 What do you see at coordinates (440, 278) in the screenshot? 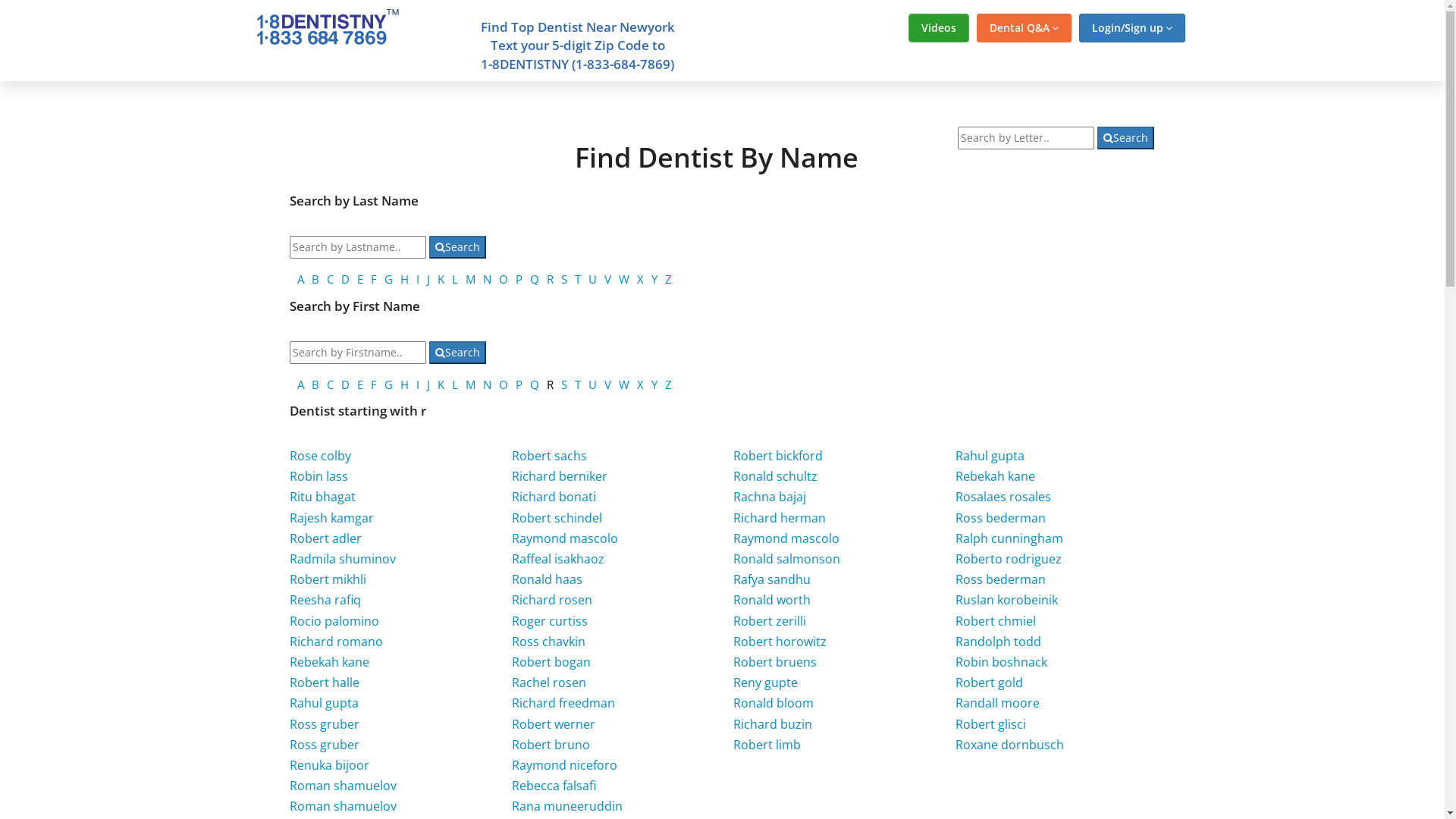
I see `'K'` at bounding box center [440, 278].